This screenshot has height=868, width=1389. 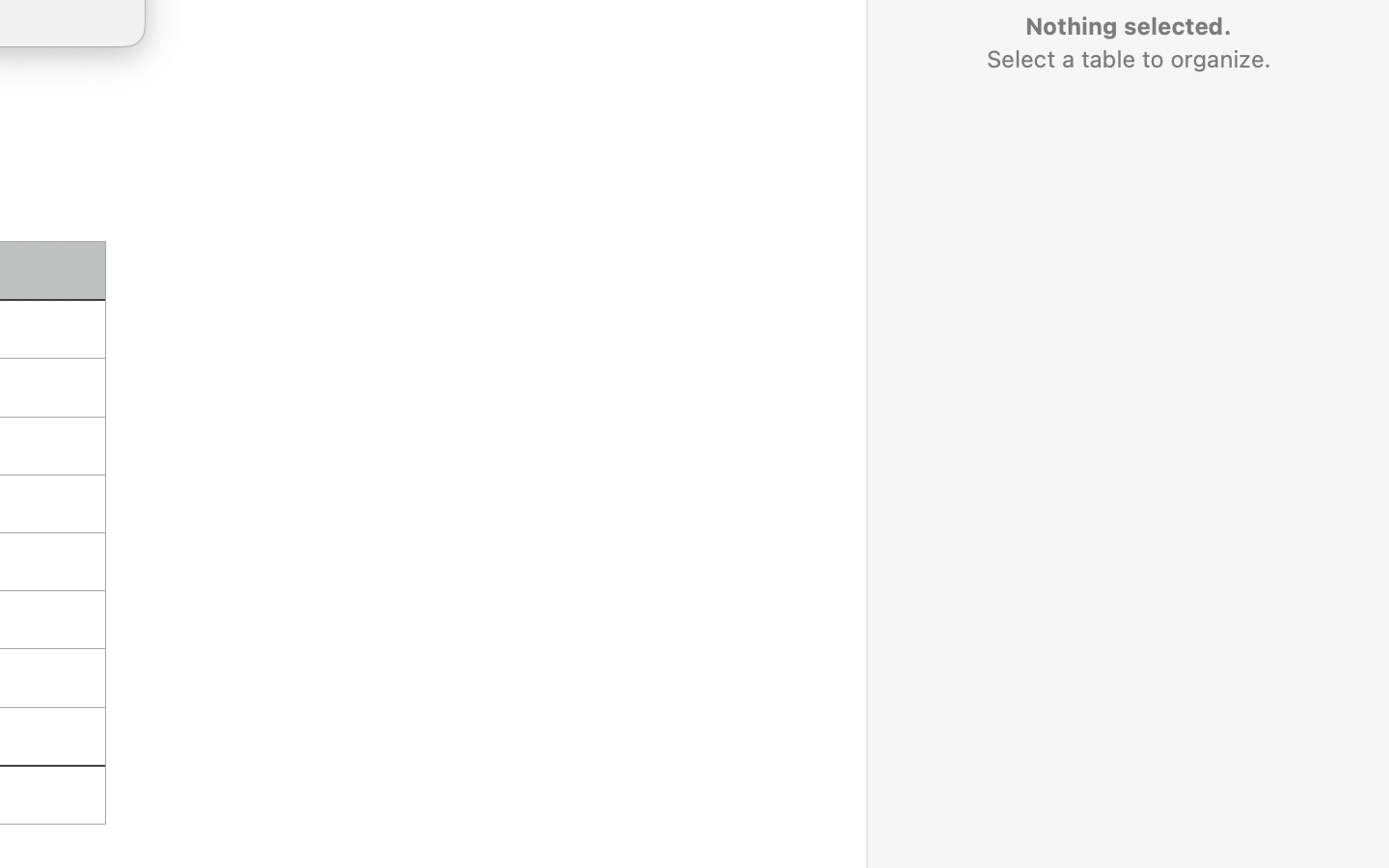 What do you see at coordinates (1127, 25) in the screenshot?
I see `'Nothing selected.'` at bounding box center [1127, 25].